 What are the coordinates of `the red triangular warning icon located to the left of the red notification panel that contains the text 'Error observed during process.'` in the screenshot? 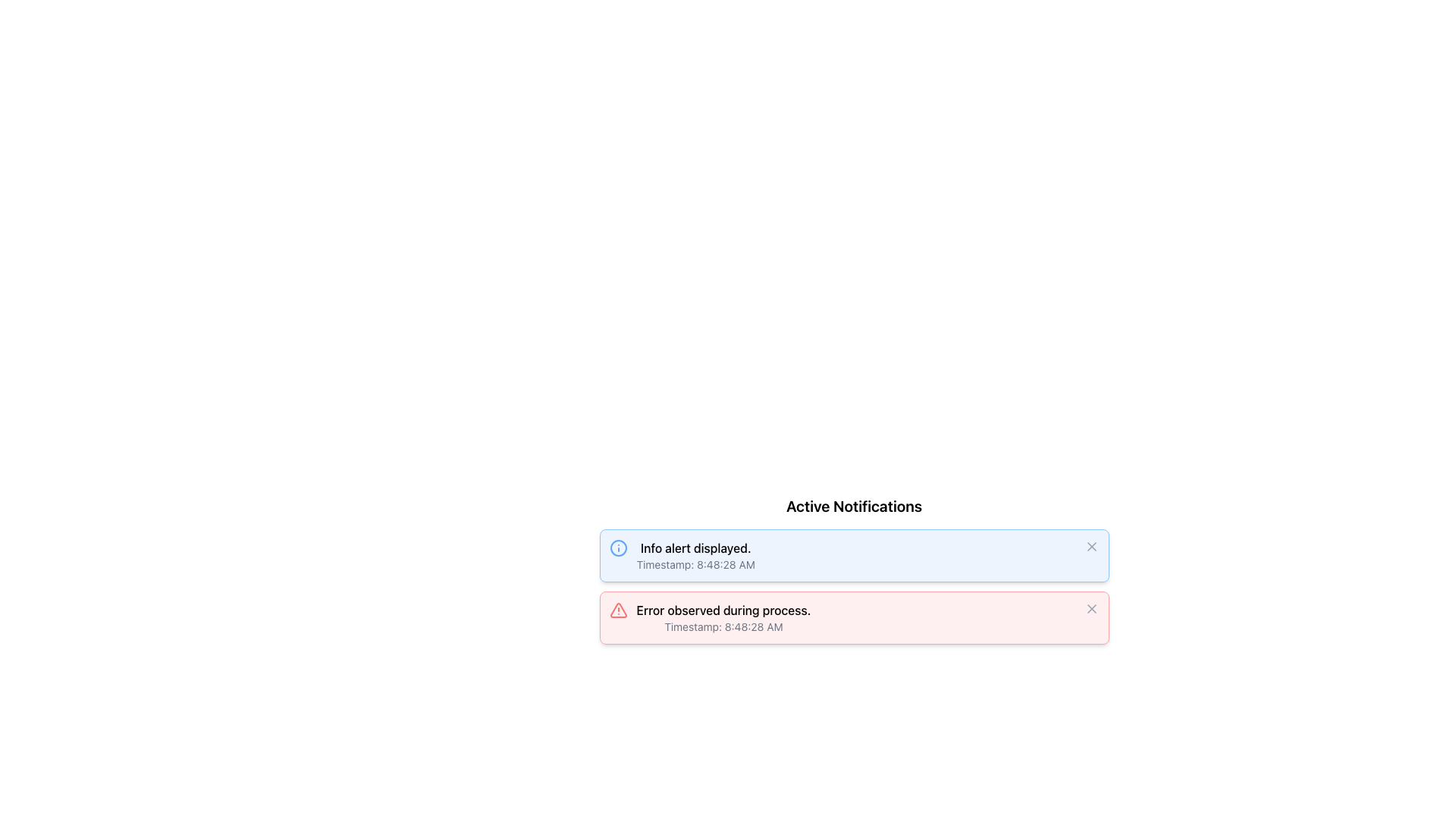 It's located at (618, 610).